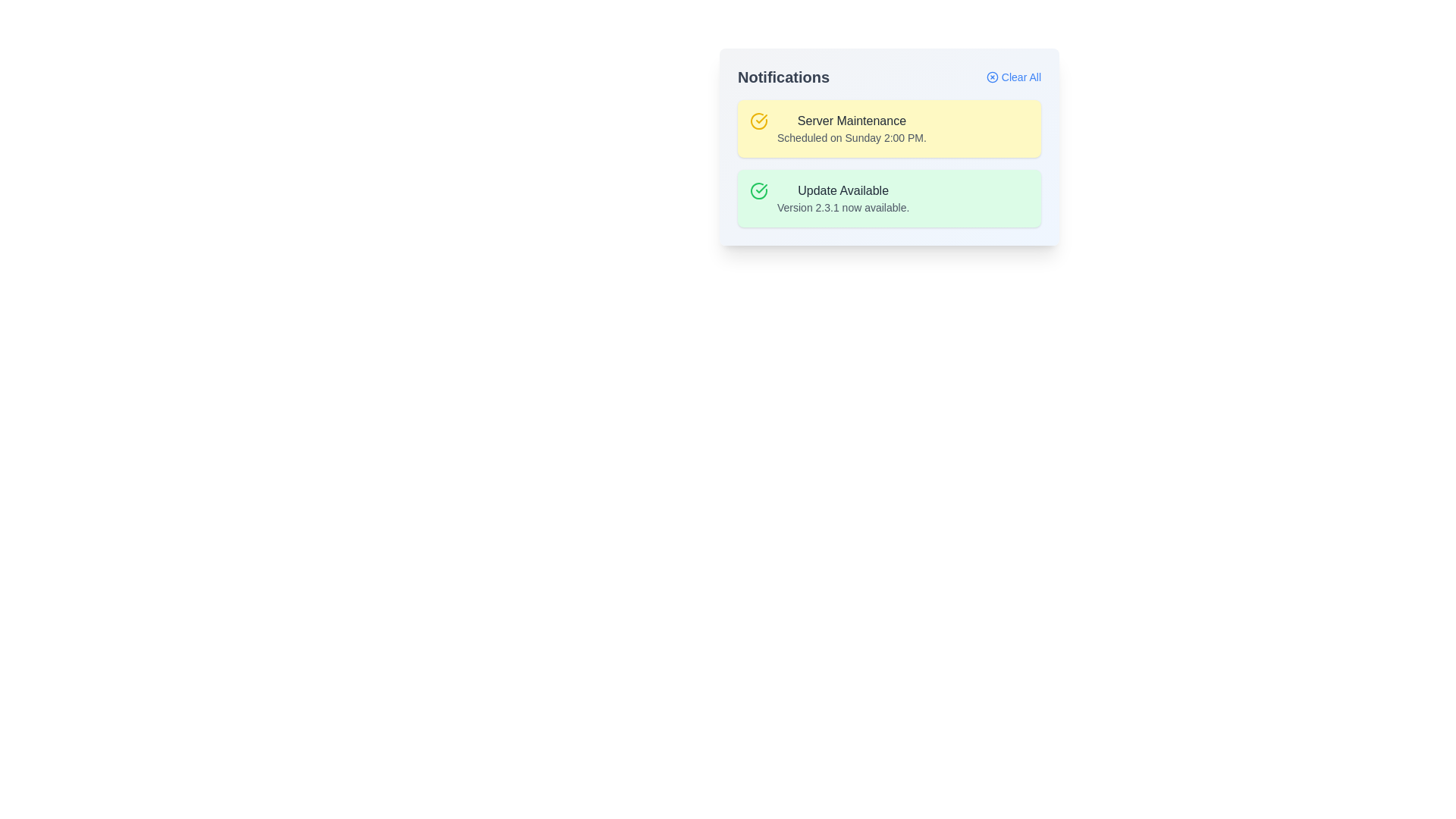 The width and height of the screenshot is (1456, 819). Describe the element at coordinates (992, 77) in the screenshot. I see `the SVG icon representing the clearing action located to the left of the 'Clear All' text to initiate the clearing action` at that location.